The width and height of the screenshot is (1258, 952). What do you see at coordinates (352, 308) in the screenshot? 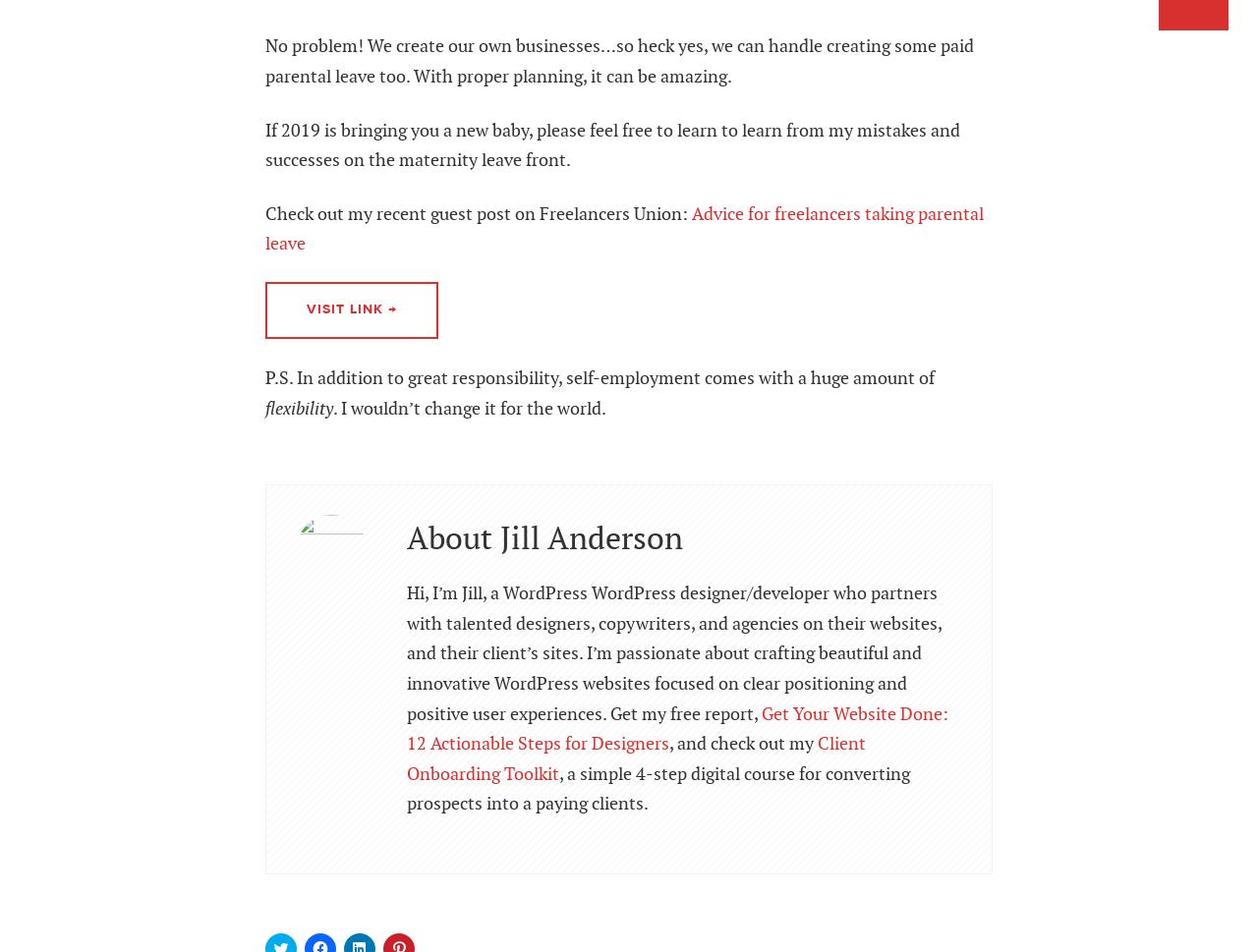
I see `'Visit Link →'` at bounding box center [352, 308].